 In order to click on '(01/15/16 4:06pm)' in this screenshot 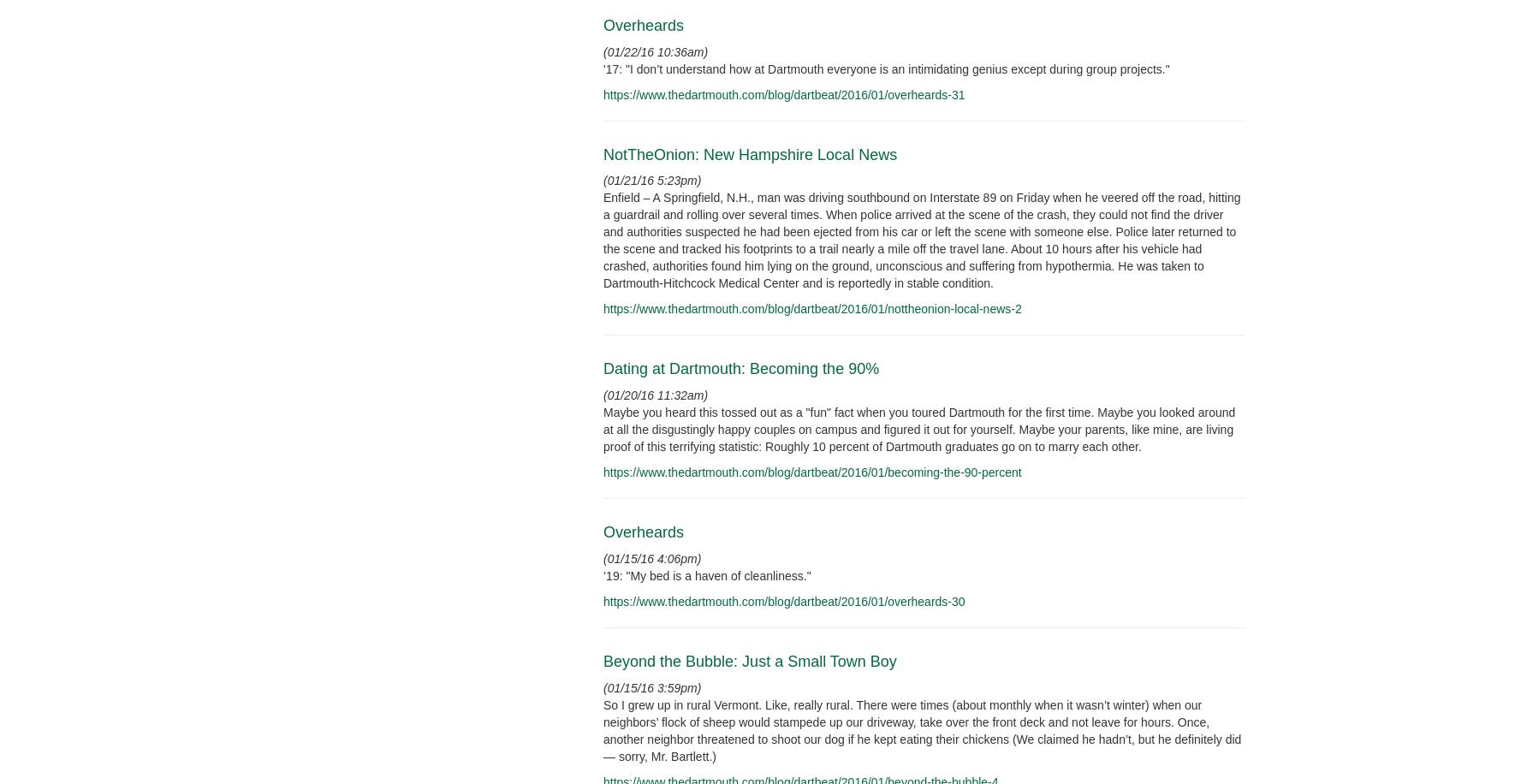, I will do `click(651, 558)`.